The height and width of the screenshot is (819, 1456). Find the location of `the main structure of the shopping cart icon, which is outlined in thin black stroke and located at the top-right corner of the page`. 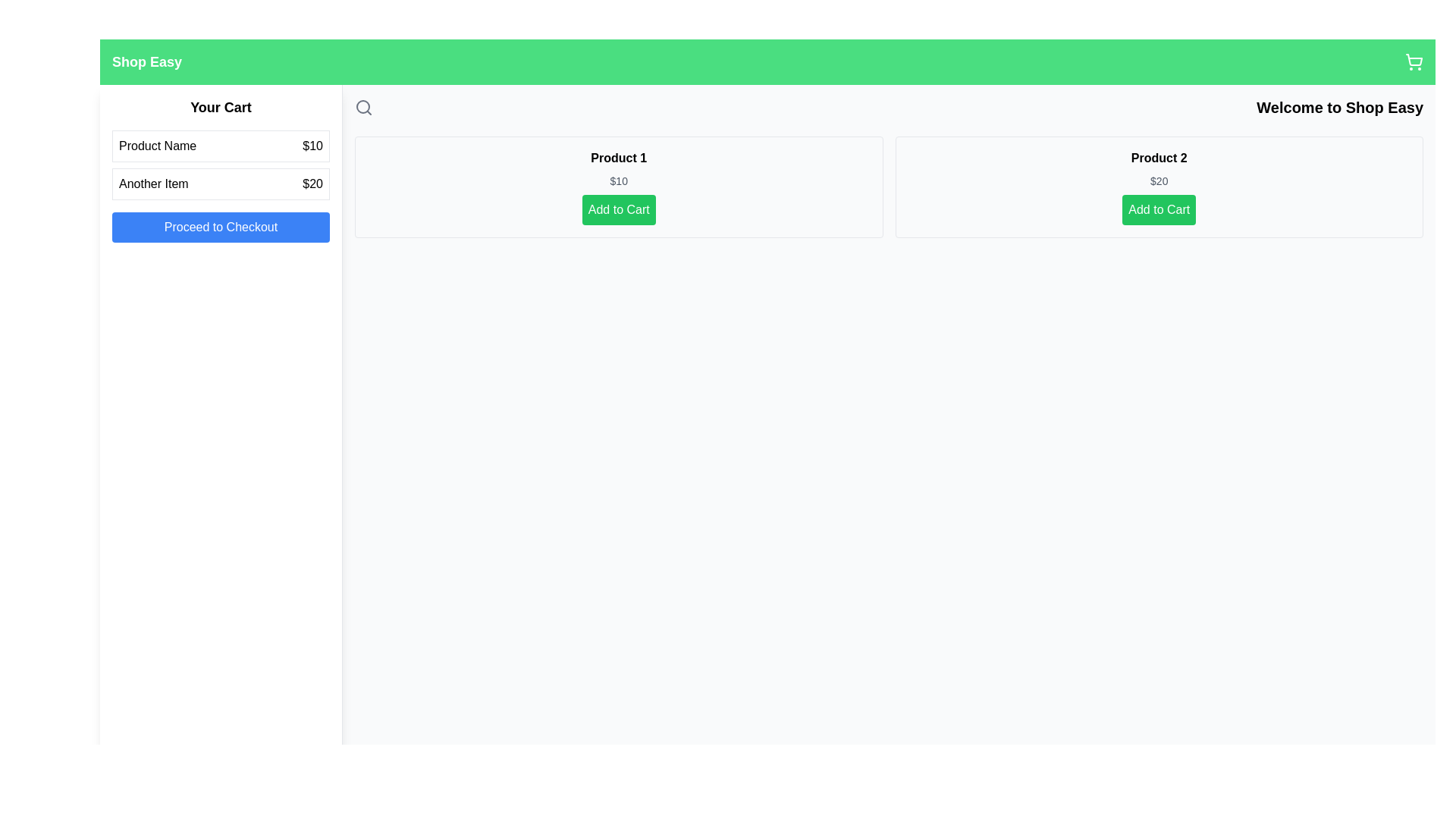

the main structure of the shopping cart icon, which is outlined in thin black stroke and located at the top-right corner of the page is located at coordinates (1414, 59).